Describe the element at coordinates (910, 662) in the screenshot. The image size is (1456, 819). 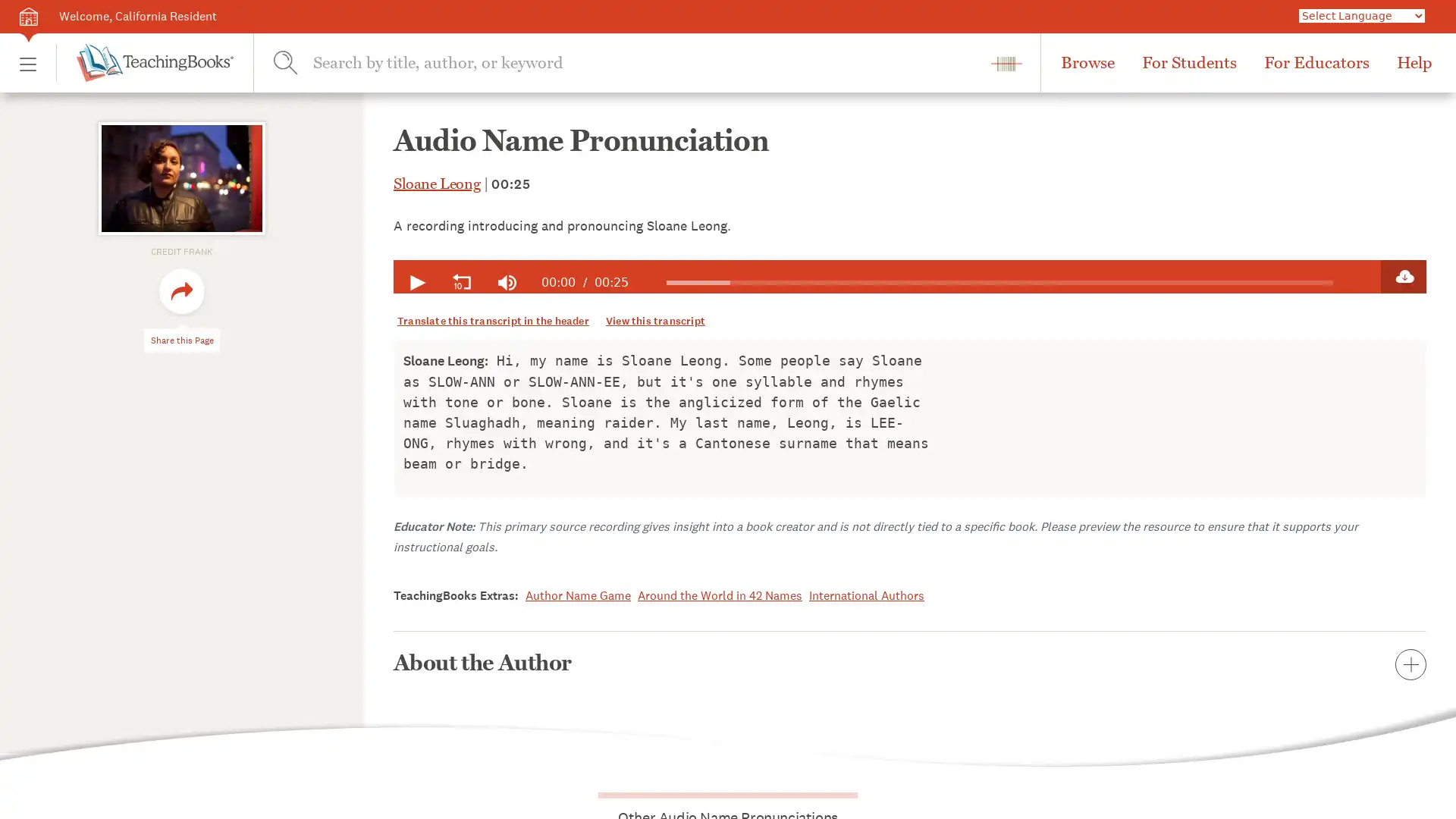
I see `About the Author` at that location.